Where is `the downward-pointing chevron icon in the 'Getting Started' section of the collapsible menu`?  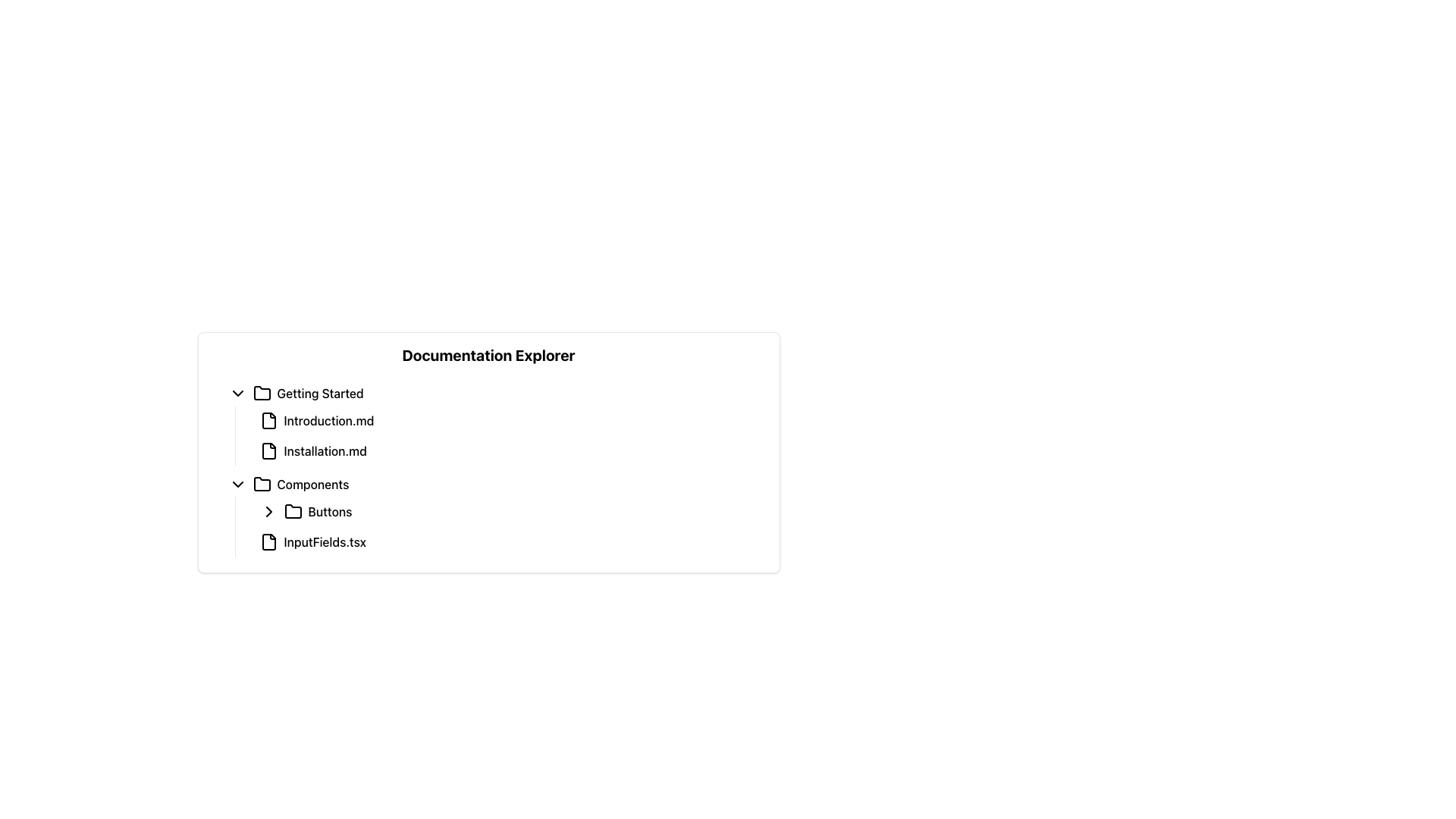
the downward-pointing chevron icon in the 'Getting Started' section of the collapsible menu is located at coordinates (237, 393).